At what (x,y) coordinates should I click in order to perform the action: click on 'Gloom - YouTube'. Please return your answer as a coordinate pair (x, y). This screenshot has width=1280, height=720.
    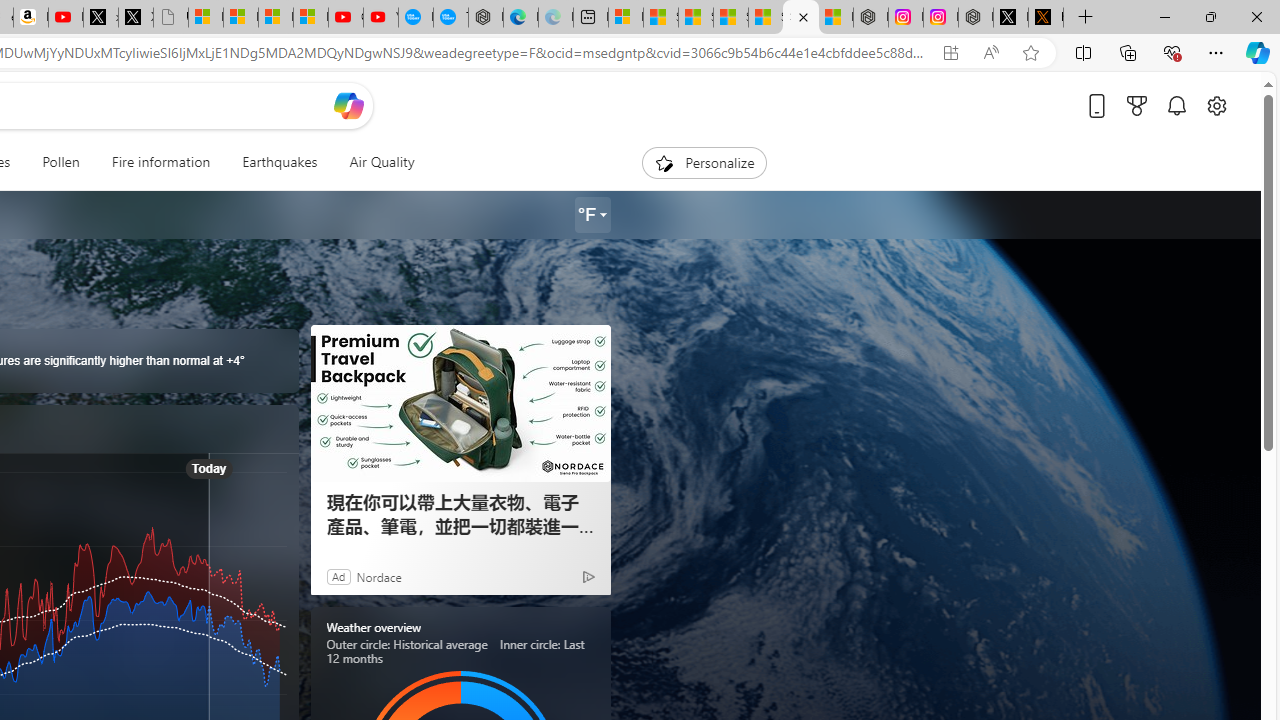
    Looking at the image, I should click on (346, 17).